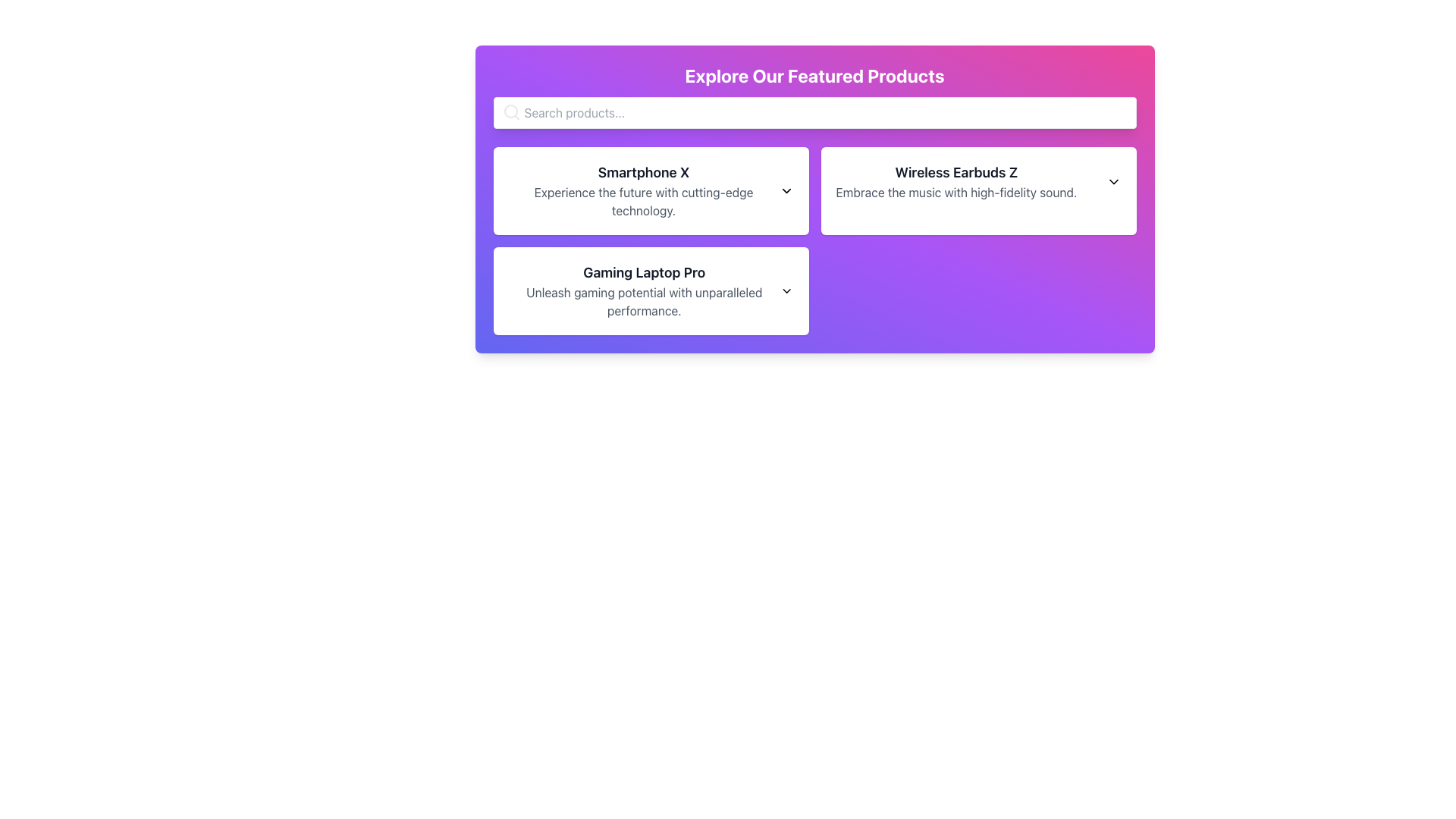 Image resolution: width=1456 pixels, height=819 pixels. I want to click on text element that displays 'Embrace the music with high-fidelity sound.' located beneath the title 'Wireless Earbuds Z' in the featured products listing, so click(955, 192).